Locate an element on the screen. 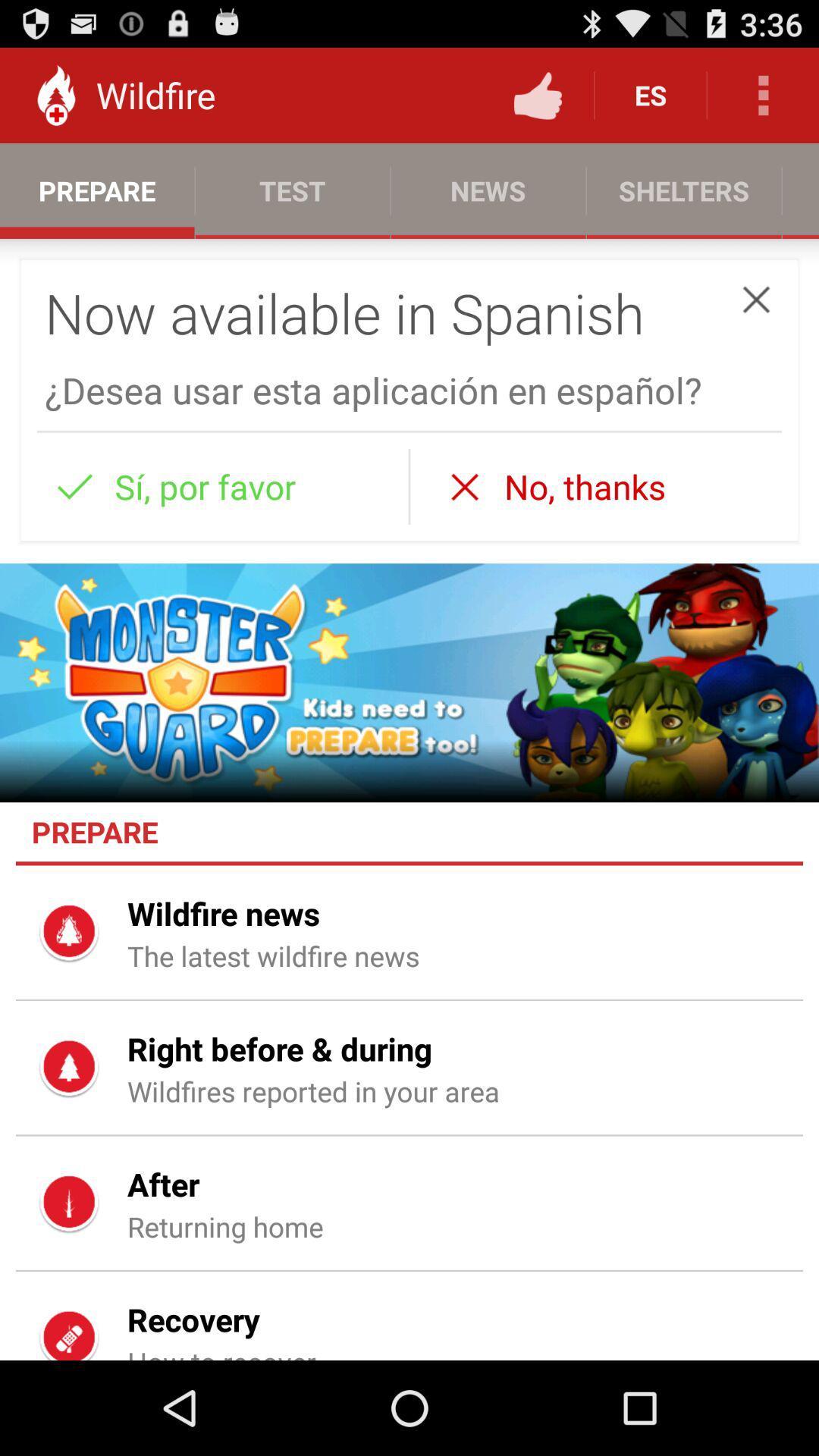  more options icon is located at coordinates (763, 94).